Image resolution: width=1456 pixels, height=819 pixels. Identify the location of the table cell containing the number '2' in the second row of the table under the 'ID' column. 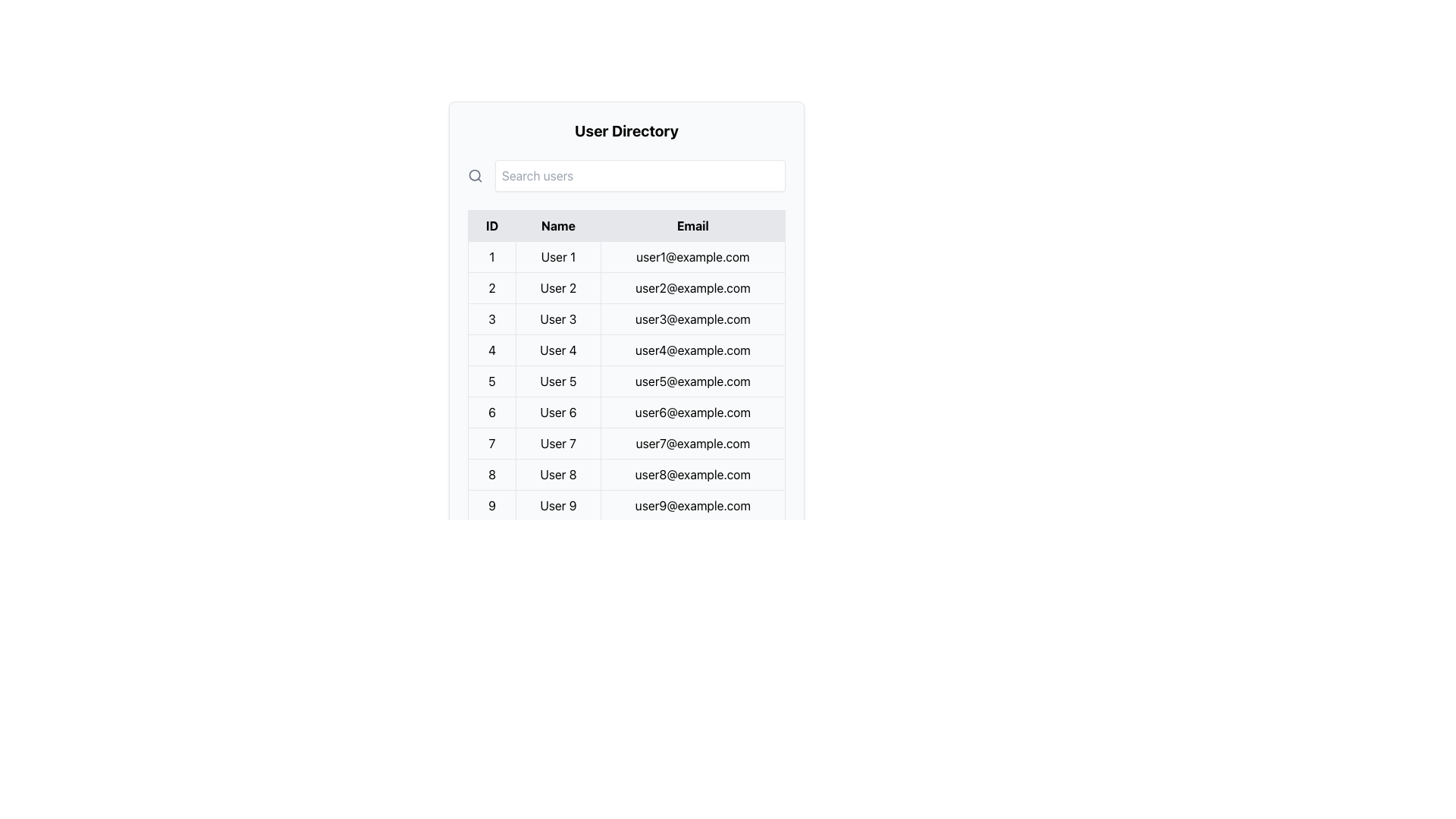
(491, 288).